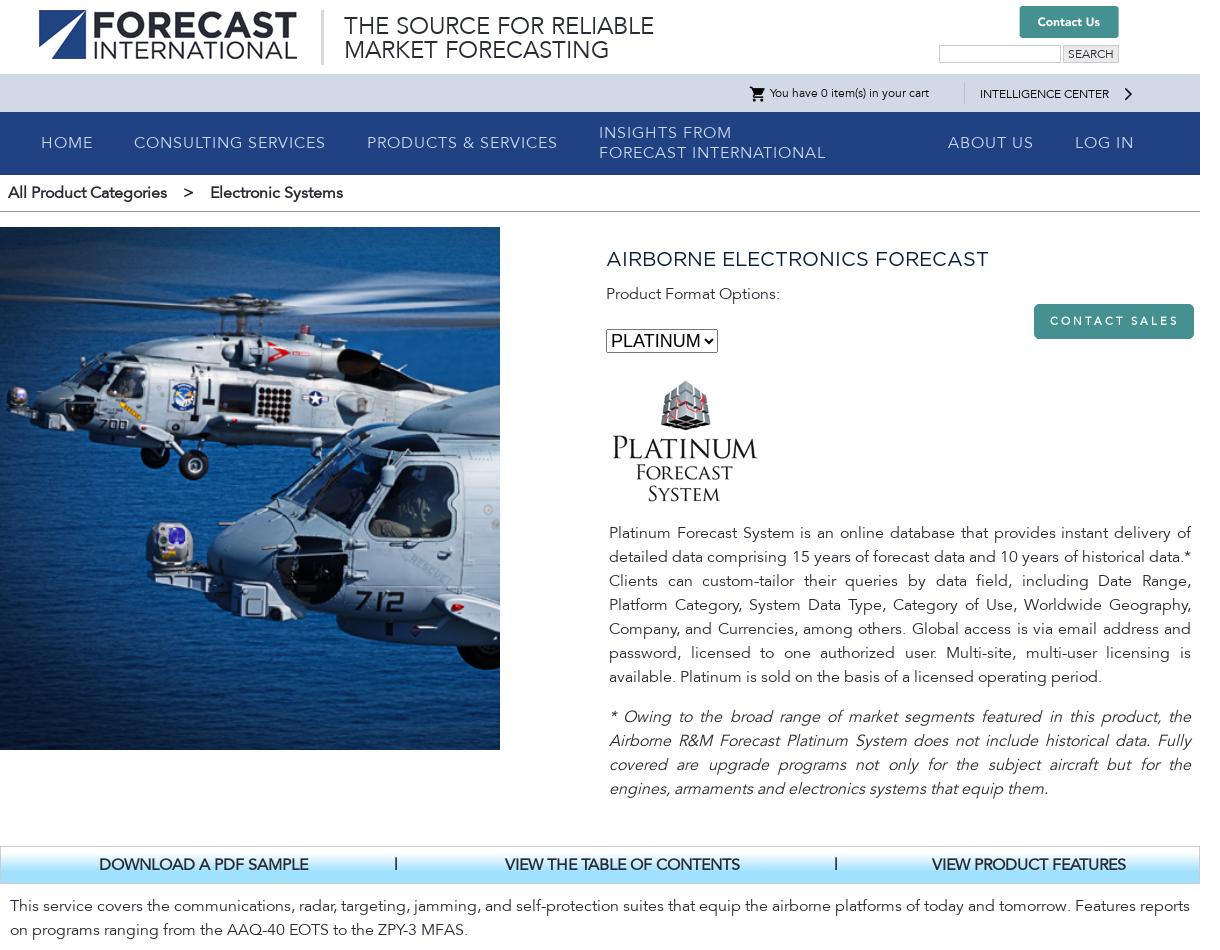 Image resolution: width=1220 pixels, height=950 pixels. What do you see at coordinates (147, 310) in the screenshot?
I see `'Airborne Electro-Optical Systems'` at bounding box center [147, 310].